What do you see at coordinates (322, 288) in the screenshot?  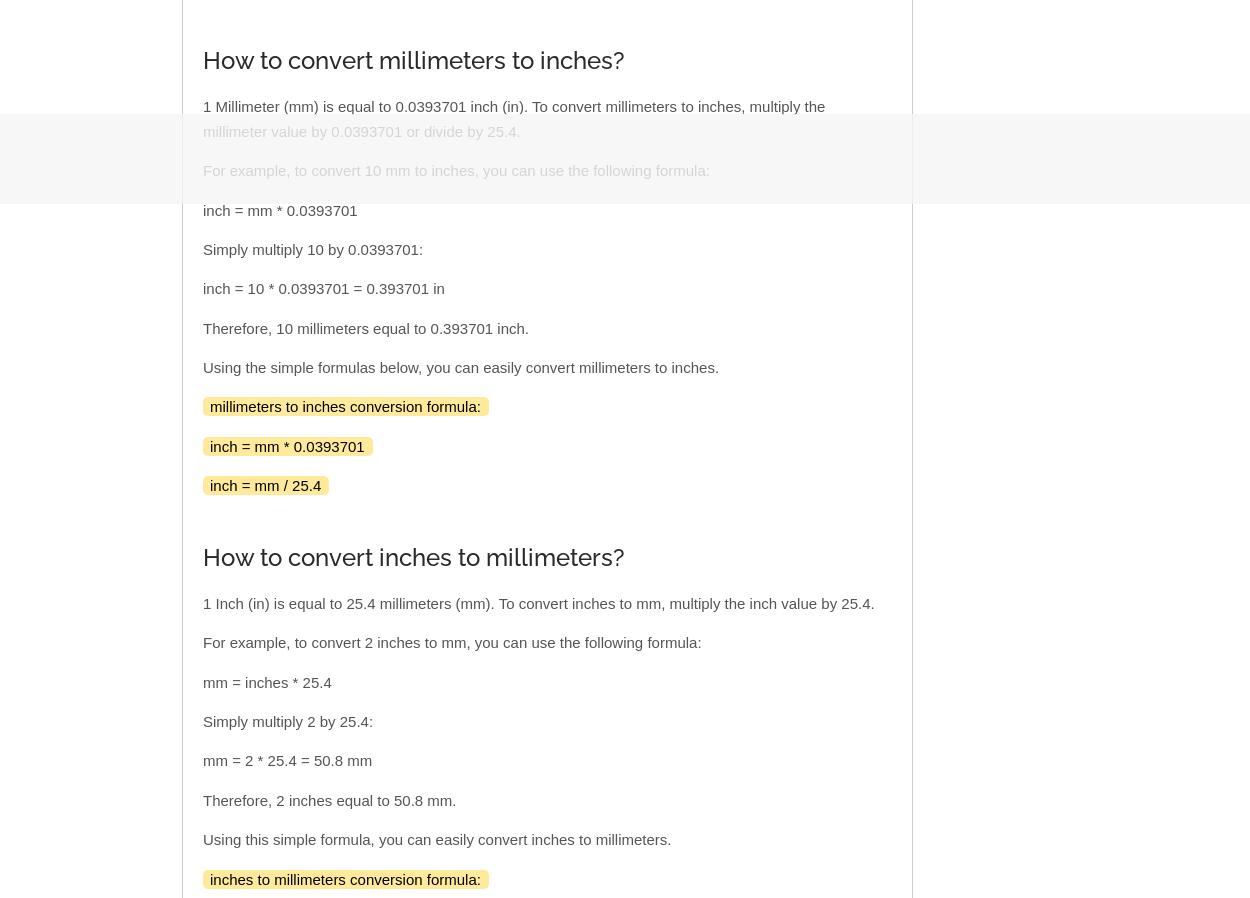 I see `'inch = 10 * 0.0393701 = 0.393701 in'` at bounding box center [322, 288].